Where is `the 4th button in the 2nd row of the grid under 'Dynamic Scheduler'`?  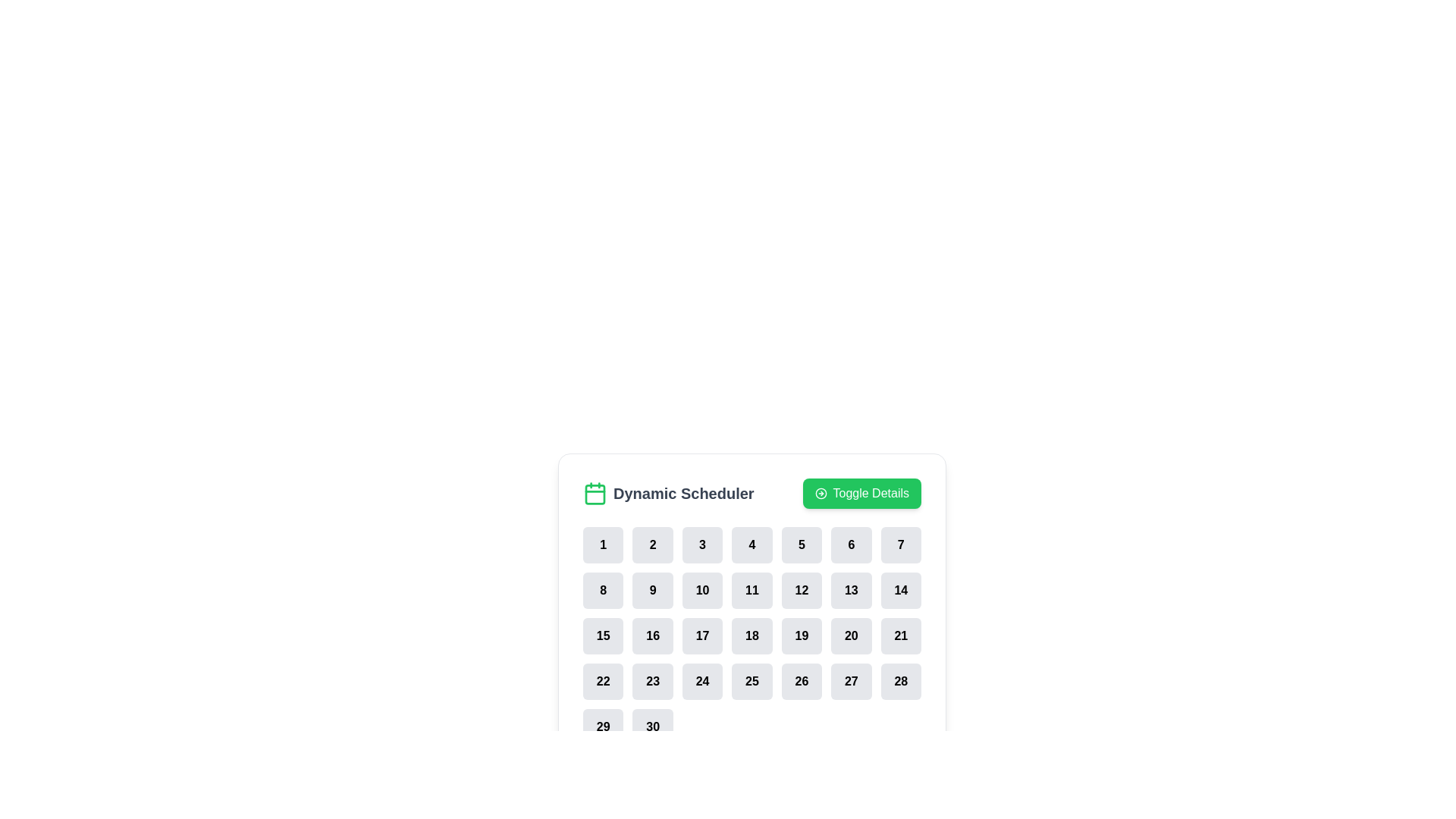
the 4th button in the 2nd row of the grid under 'Dynamic Scheduler' is located at coordinates (752, 590).